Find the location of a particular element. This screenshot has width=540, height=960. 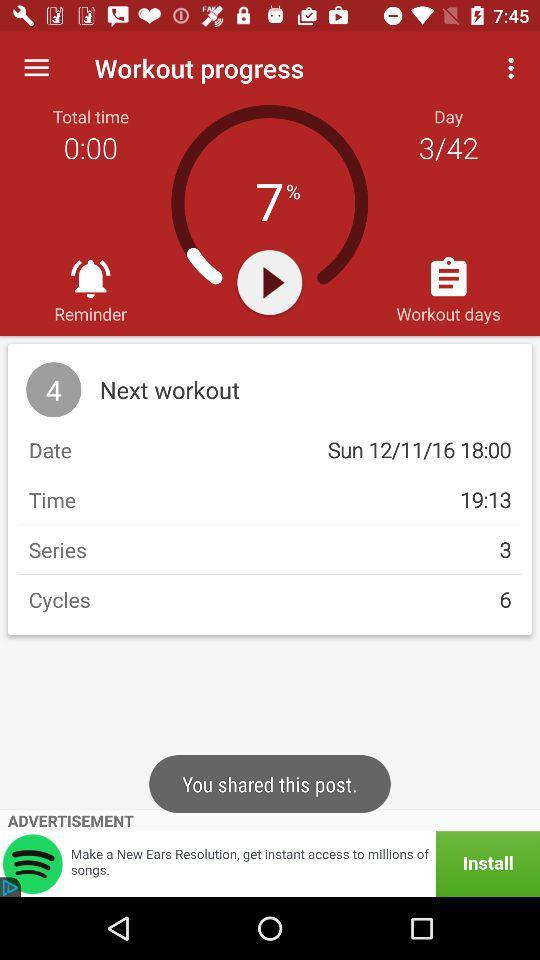

the item above total time item is located at coordinates (36, 68).